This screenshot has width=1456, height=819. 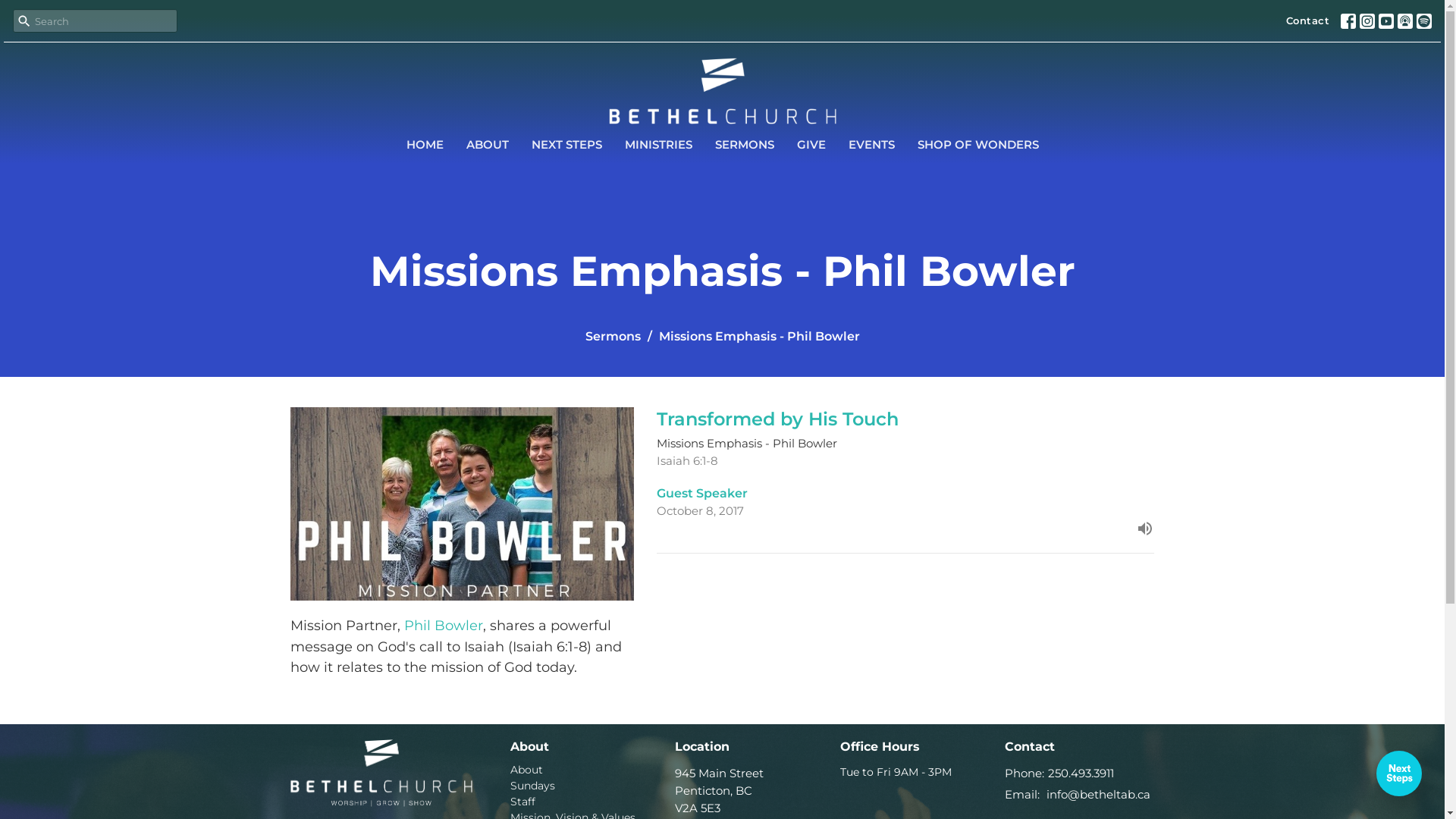 I want to click on 'SERMONS', so click(x=743, y=144).